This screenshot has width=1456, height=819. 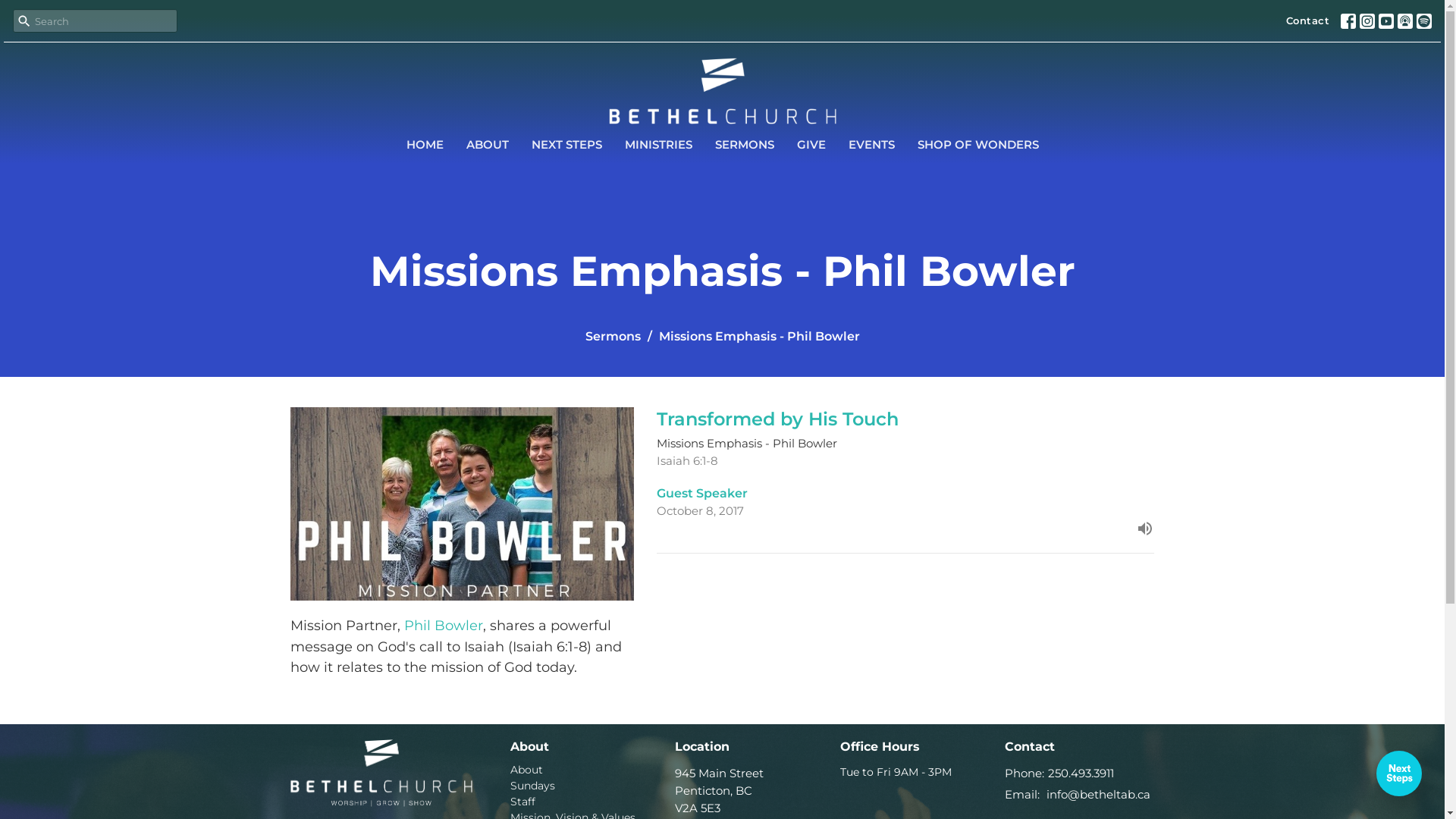 I want to click on 'SERMONS', so click(x=743, y=144).